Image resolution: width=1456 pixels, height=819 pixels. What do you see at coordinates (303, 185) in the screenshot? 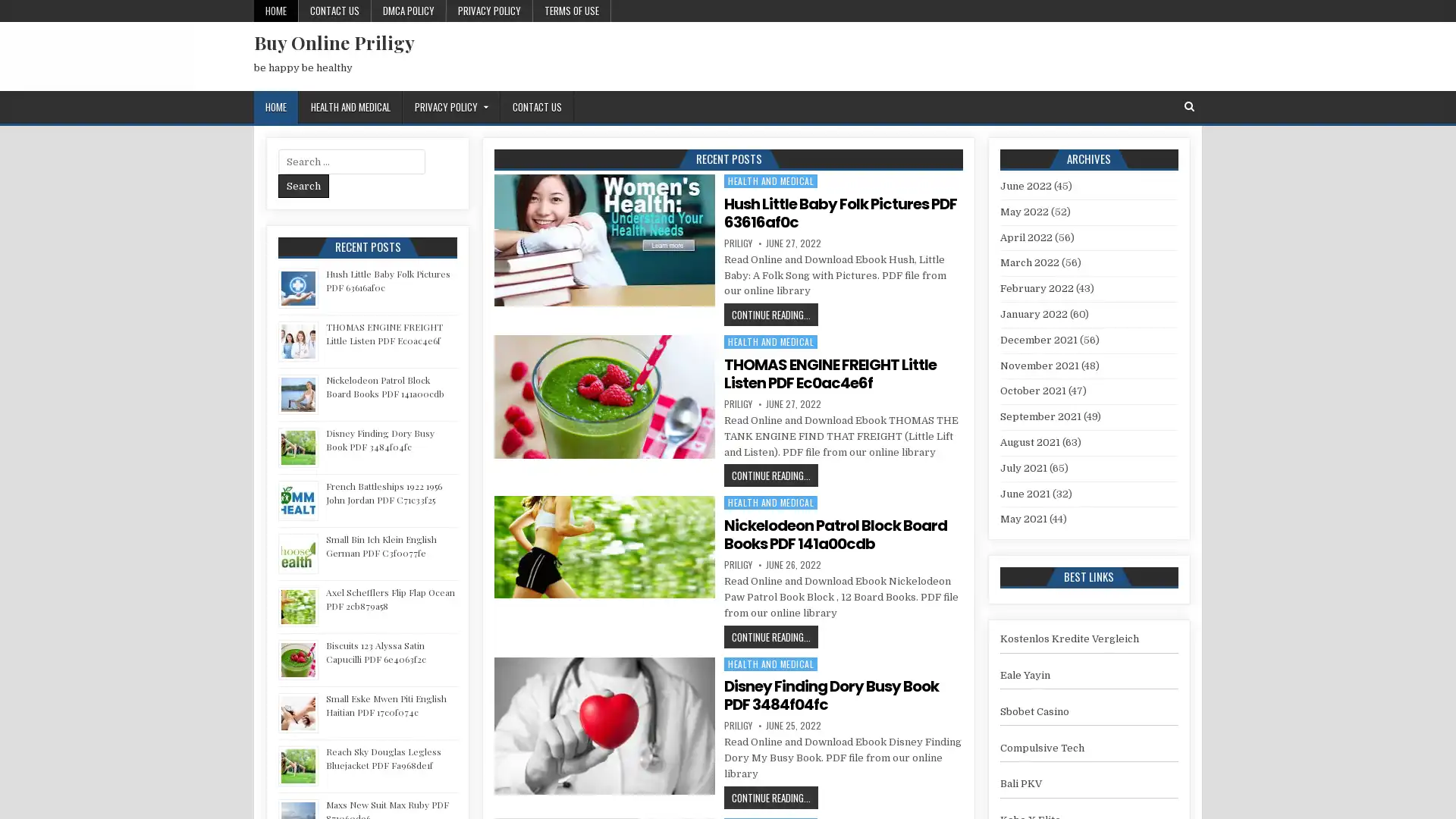
I see `Search` at bounding box center [303, 185].